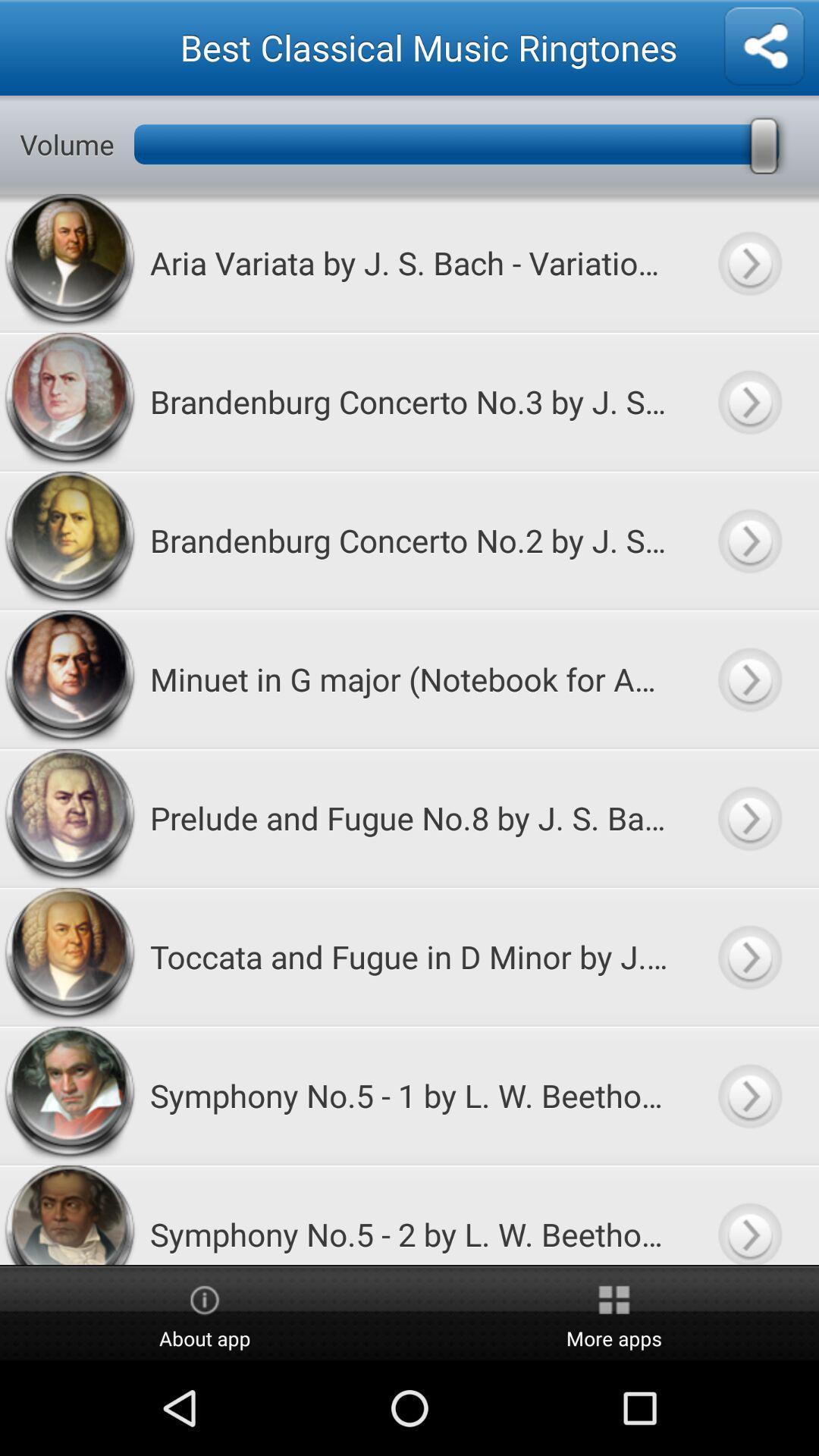 The width and height of the screenshot is (819, 1456). Describe the element at coordinates (748, 955) in the screenshot. I see `next` at that location.